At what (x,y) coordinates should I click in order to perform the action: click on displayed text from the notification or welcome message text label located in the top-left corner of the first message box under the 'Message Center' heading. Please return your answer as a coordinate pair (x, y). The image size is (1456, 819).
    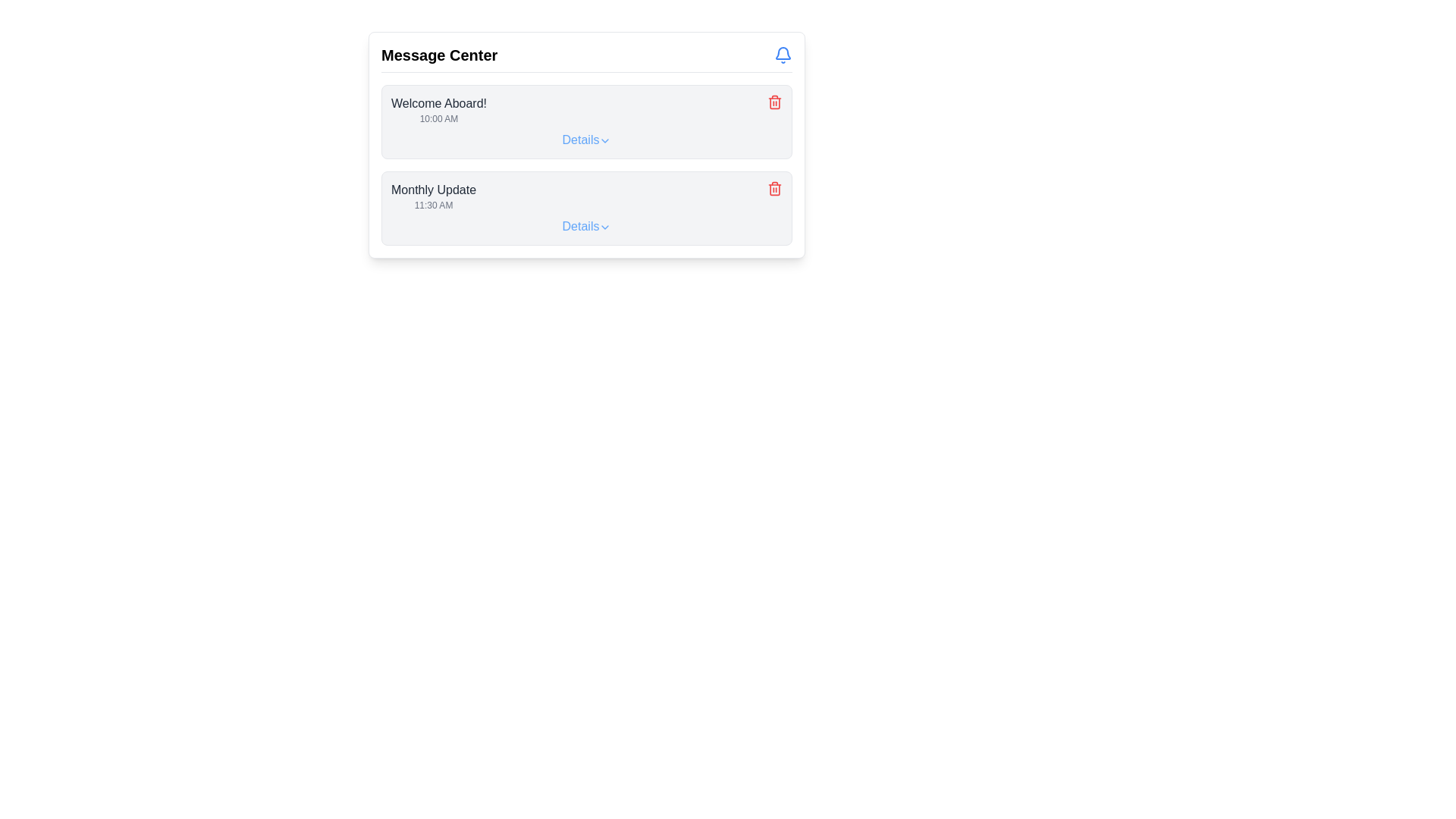
    Looking at the image, I should click on (438, 109).